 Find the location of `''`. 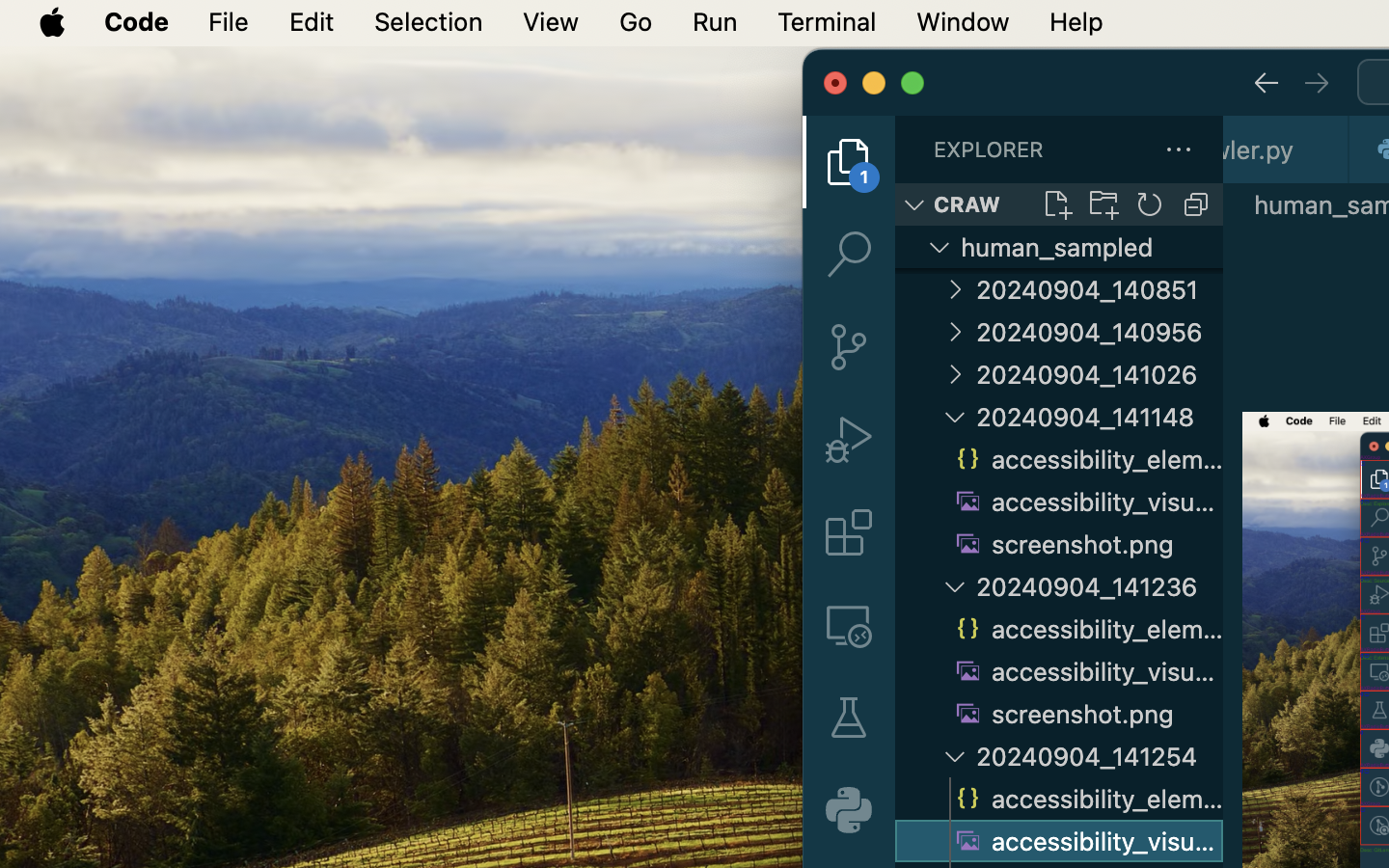

'' is located at coordinates (1266, 82).